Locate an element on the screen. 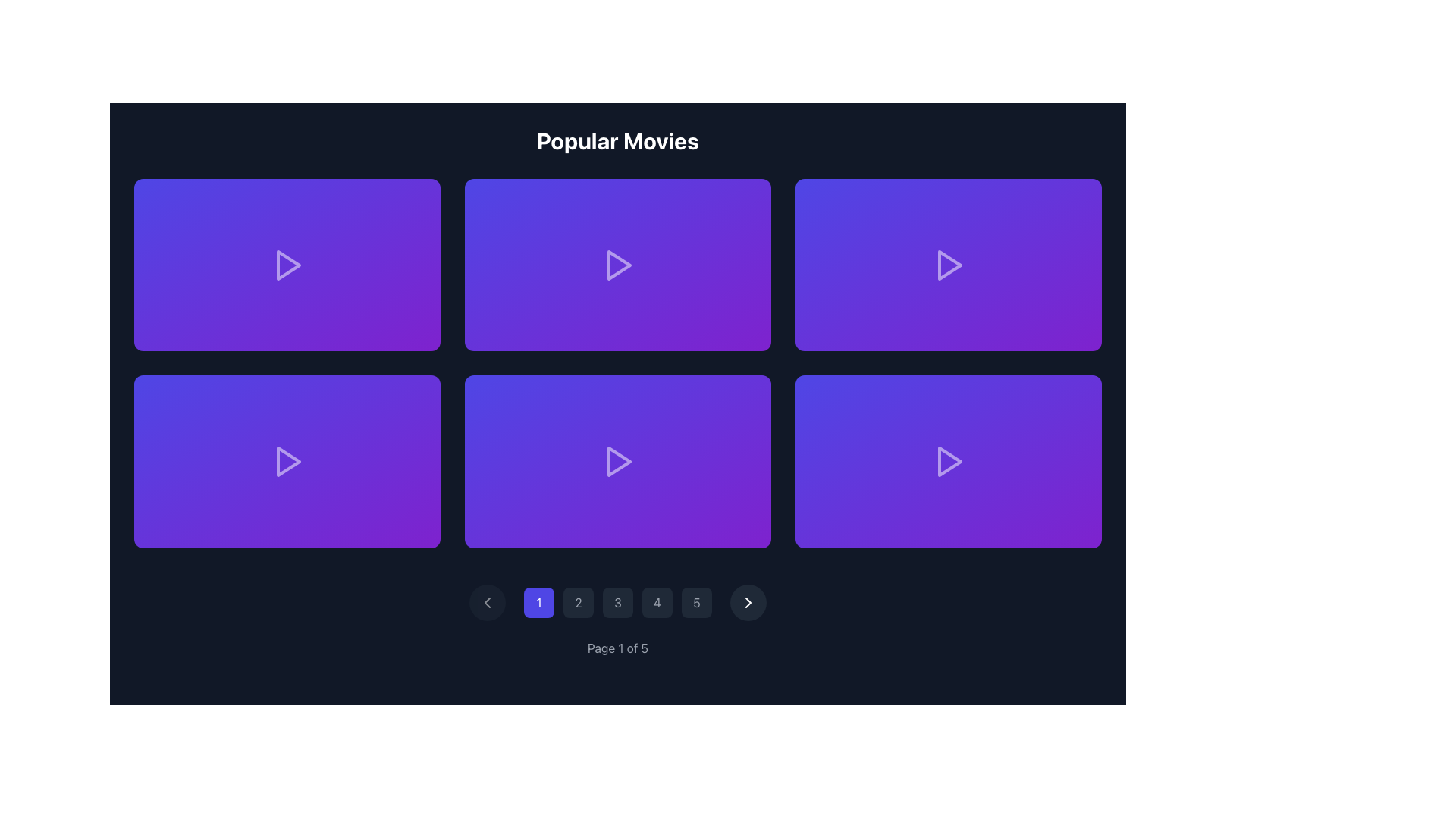  the second movie thumbnail in the first row of the media grid is located at coordinates (618, 263).